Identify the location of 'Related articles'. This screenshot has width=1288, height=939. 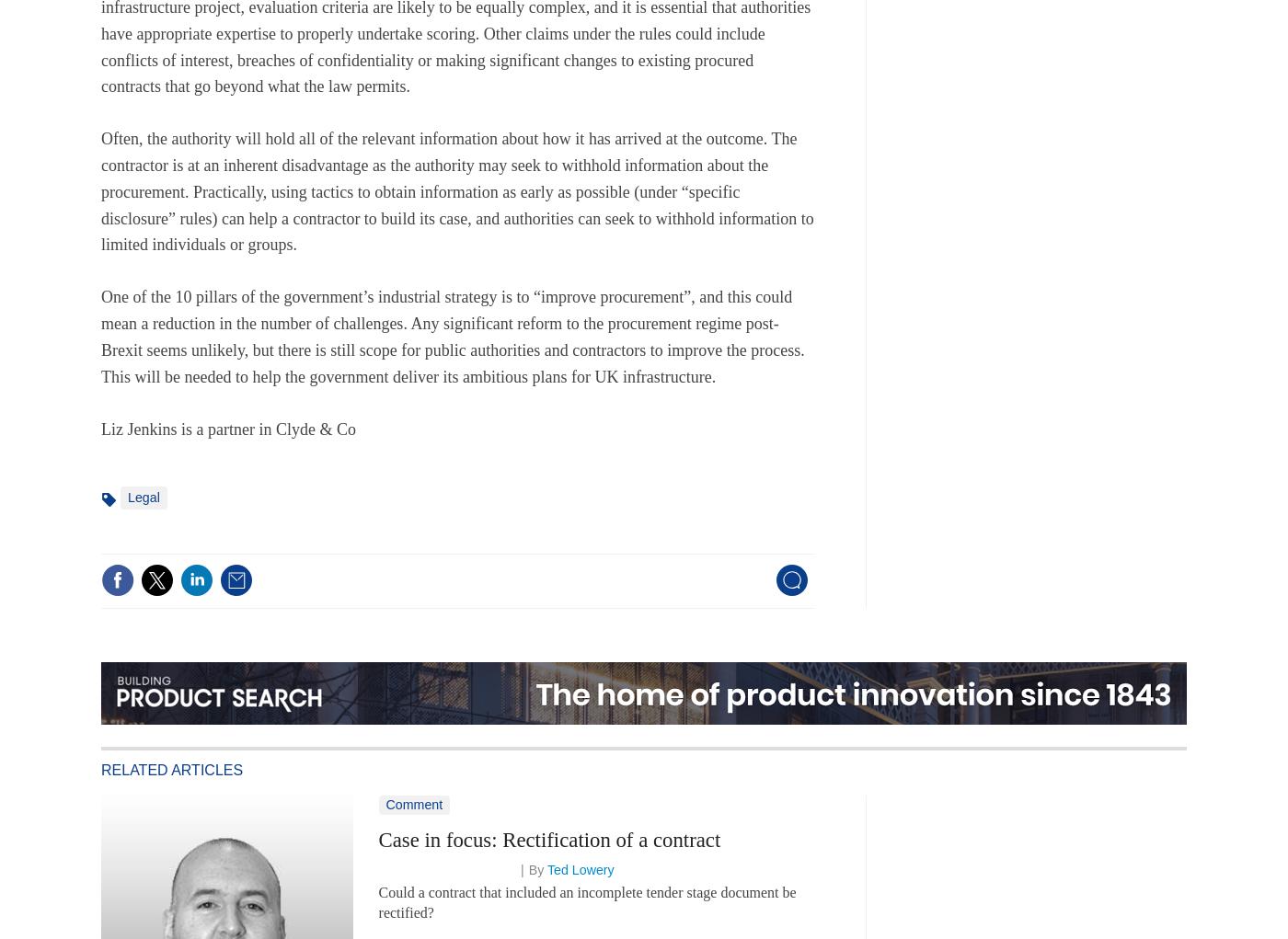
(172, 770).